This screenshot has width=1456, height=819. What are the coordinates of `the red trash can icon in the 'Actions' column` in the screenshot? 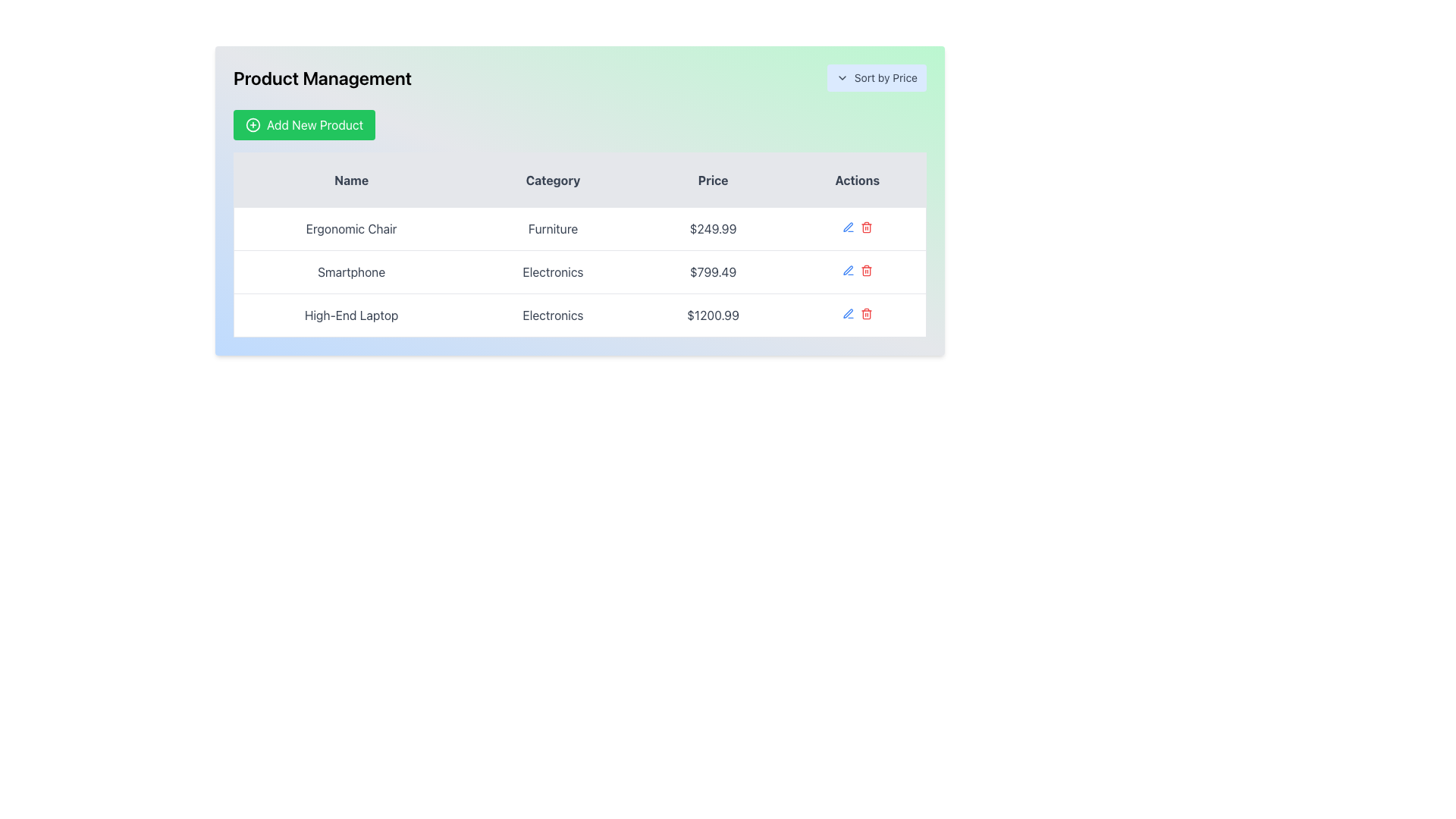 It's located at (866, 227).